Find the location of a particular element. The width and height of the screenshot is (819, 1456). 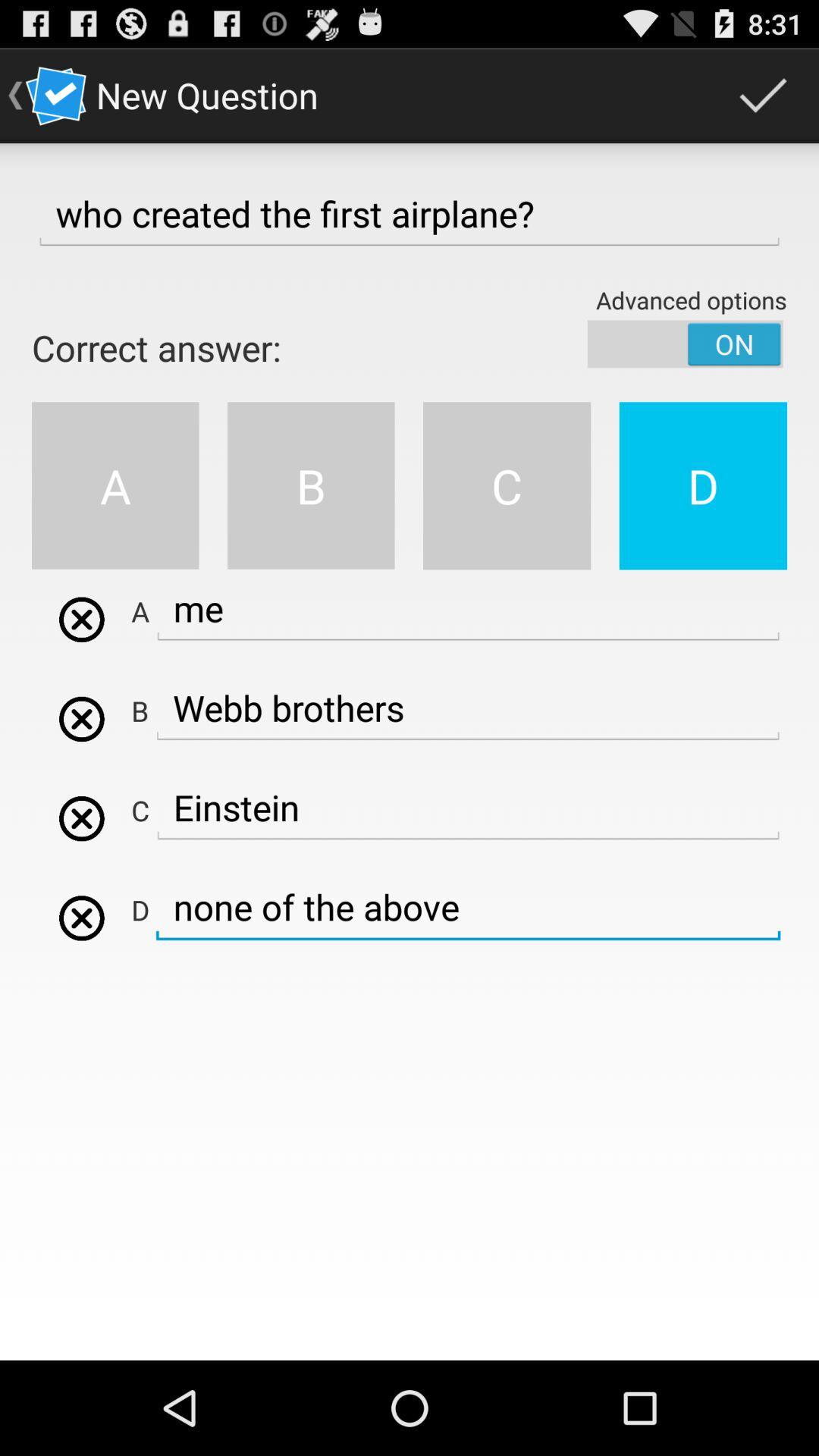

the close icon is located at coordinates (81, 983).